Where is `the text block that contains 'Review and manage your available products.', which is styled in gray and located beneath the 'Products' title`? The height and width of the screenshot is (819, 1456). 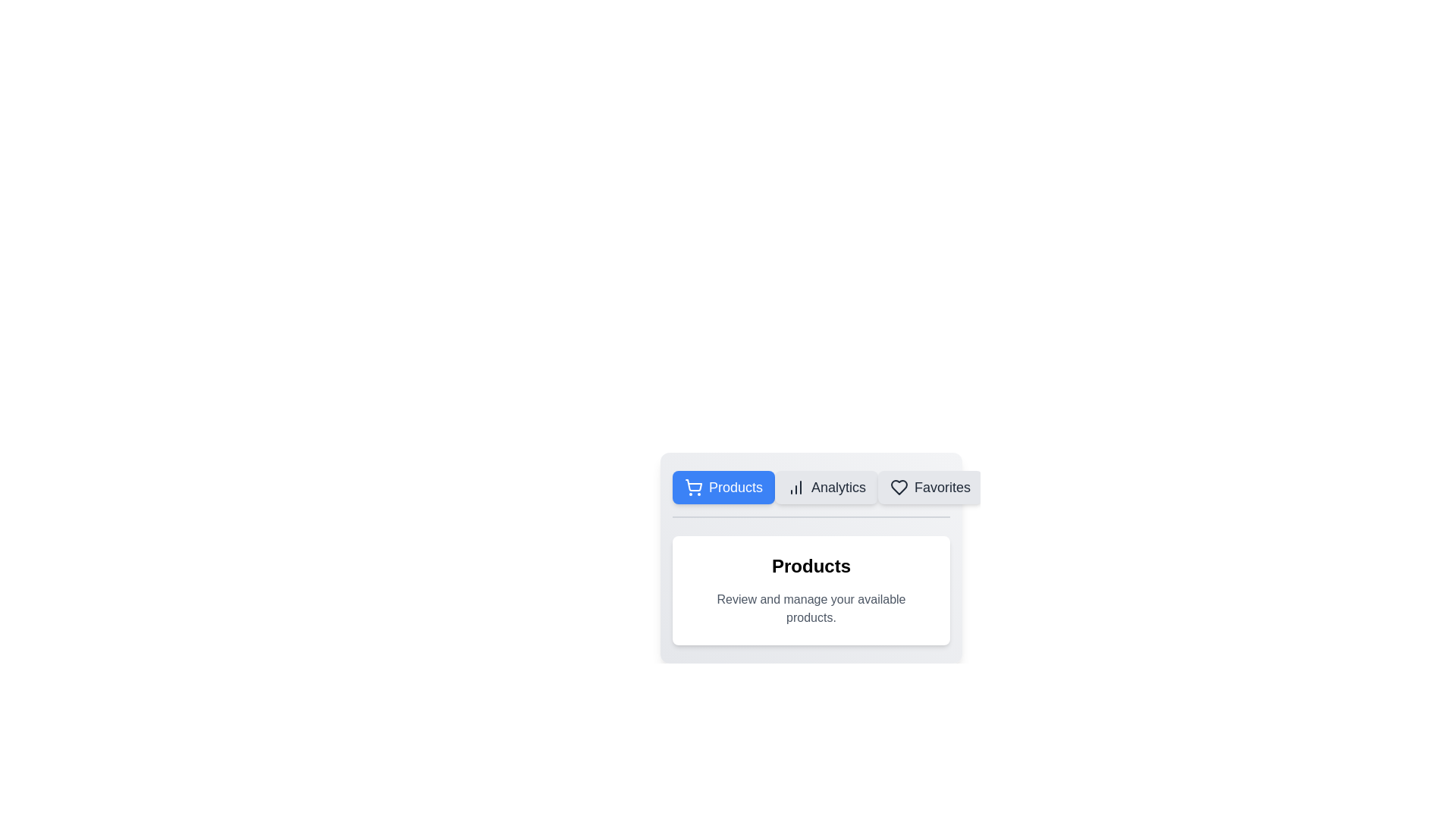 the text block that contains 'Review and manage your available products.', which is styled in gray and located beneath the 'Products' title is located at coordinates (811, 607).